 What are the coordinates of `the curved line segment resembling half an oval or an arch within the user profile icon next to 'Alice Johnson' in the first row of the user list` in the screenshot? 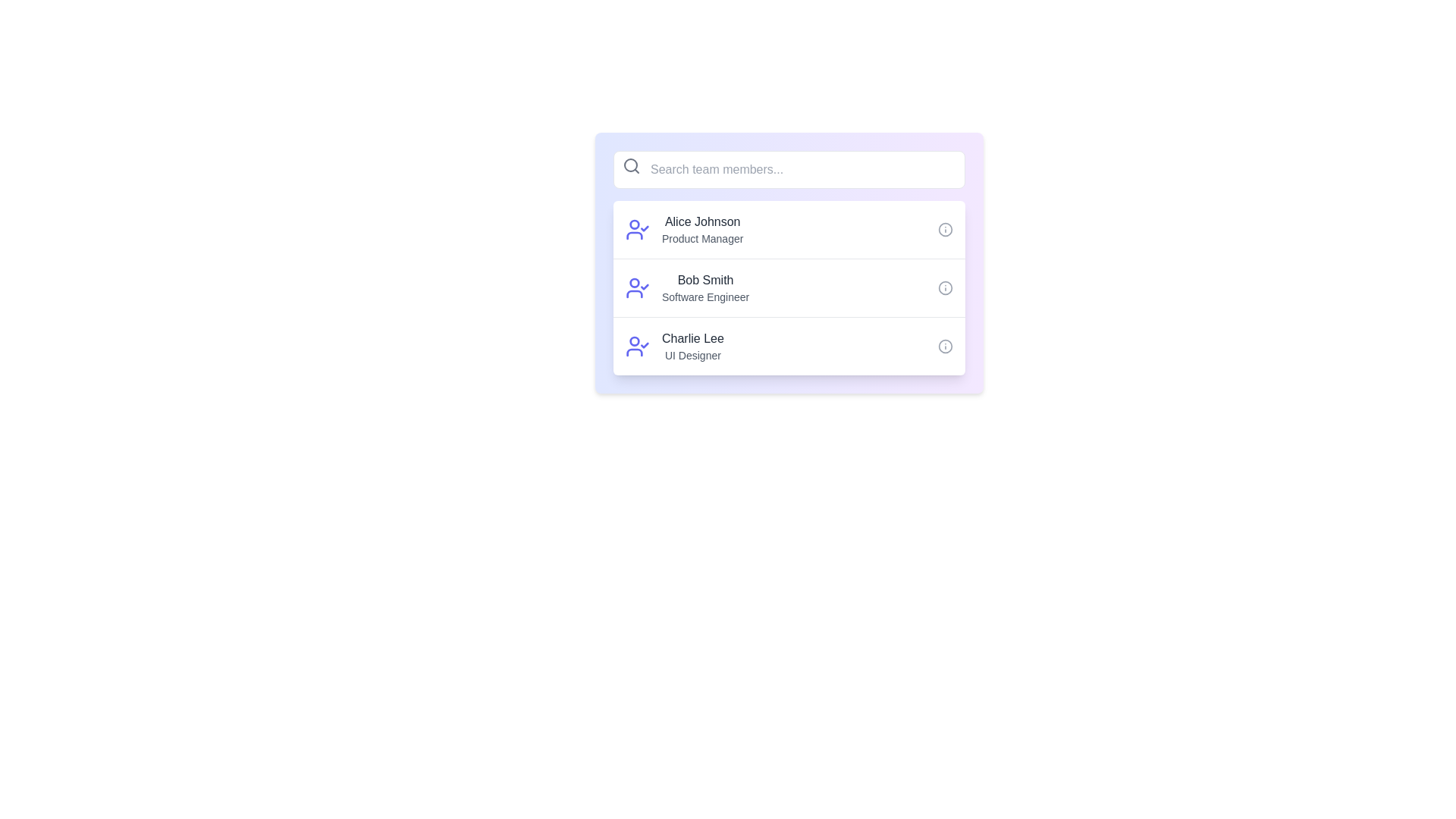 It's located at (634, 236).